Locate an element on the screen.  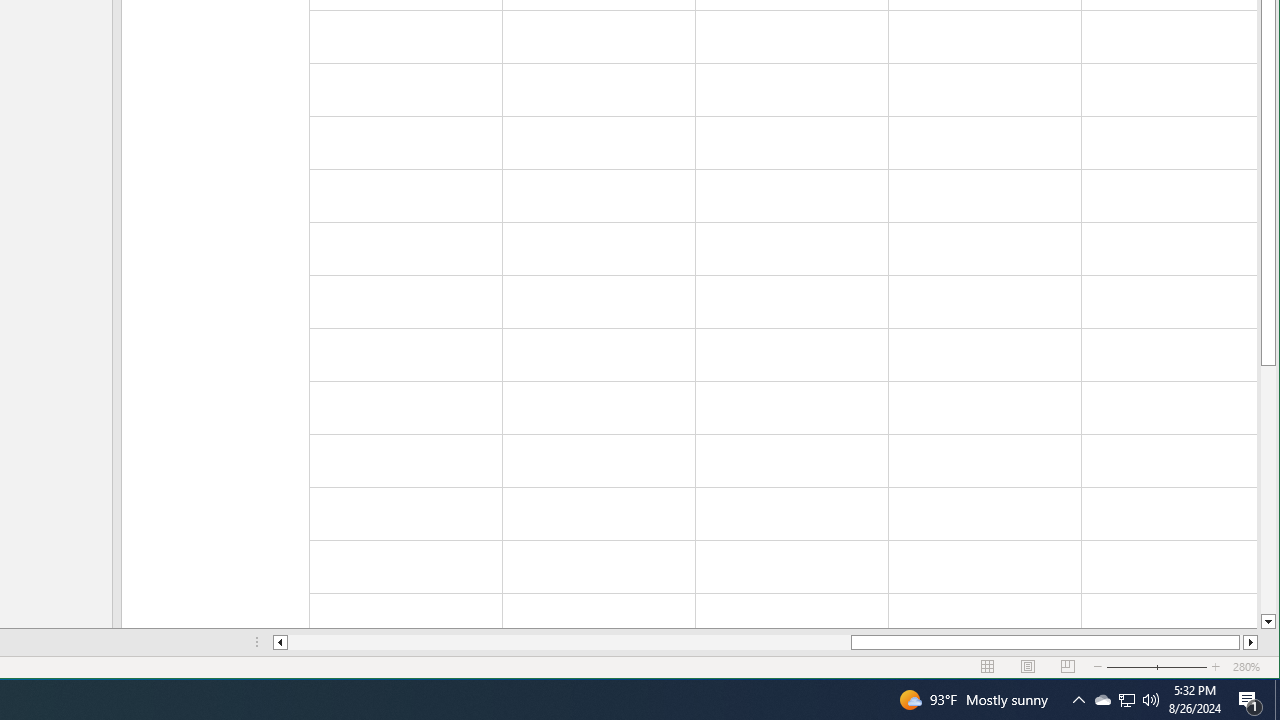
'Page Layout' is located at coordinates (1028, 667).